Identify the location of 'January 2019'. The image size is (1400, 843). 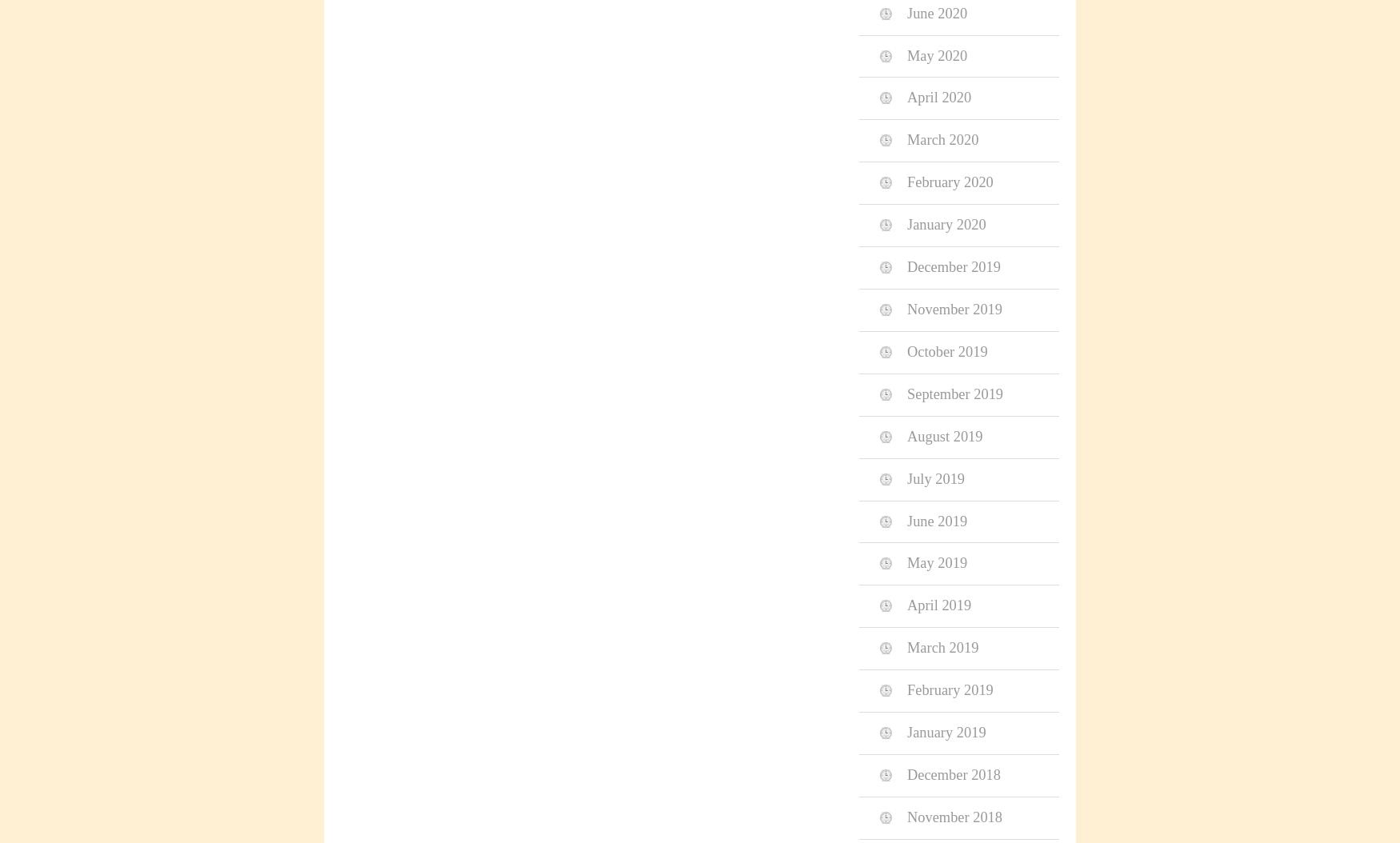
(906, 732).